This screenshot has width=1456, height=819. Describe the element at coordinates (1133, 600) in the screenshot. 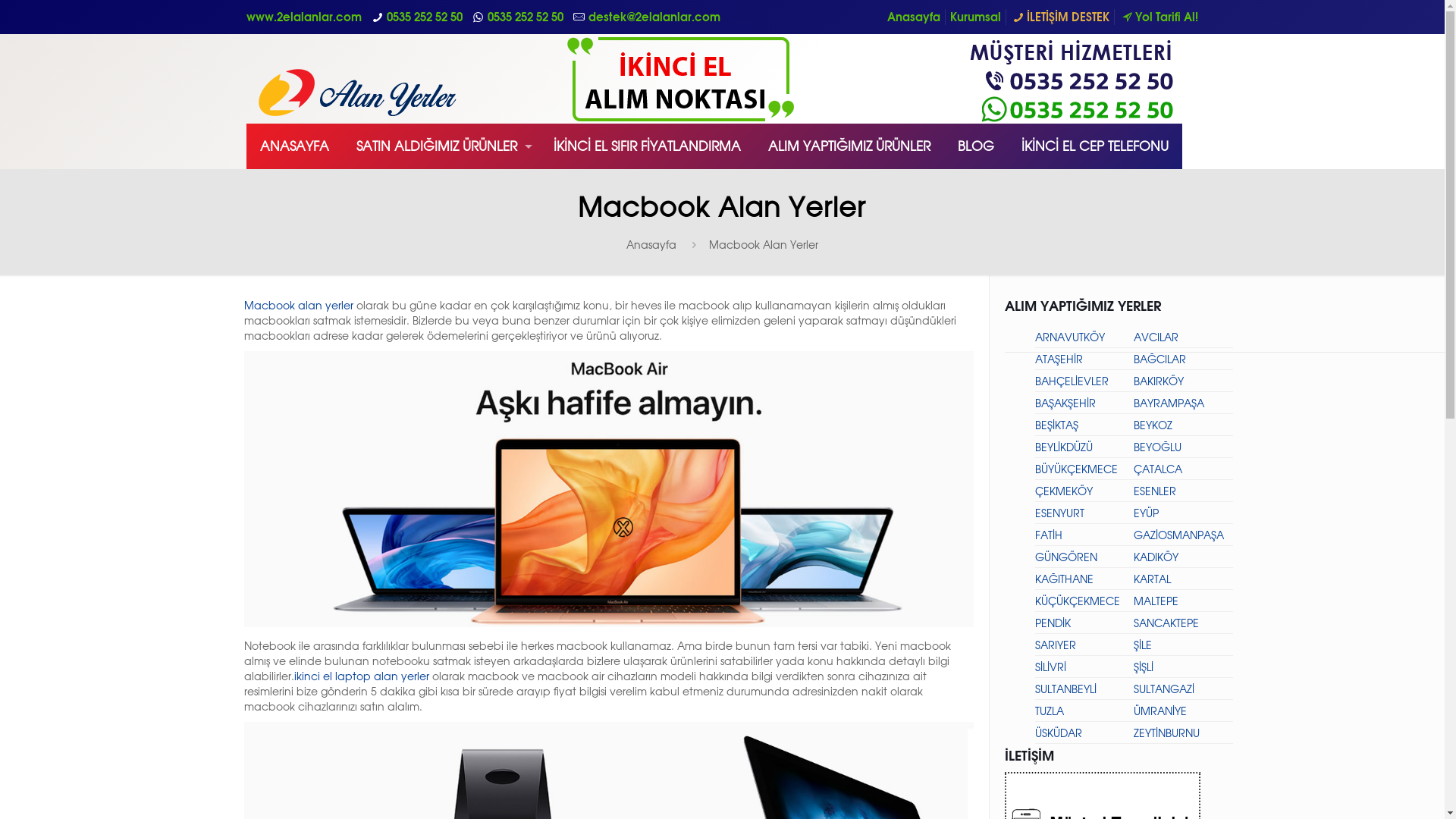

I see `'MALTEPE'` at that location.